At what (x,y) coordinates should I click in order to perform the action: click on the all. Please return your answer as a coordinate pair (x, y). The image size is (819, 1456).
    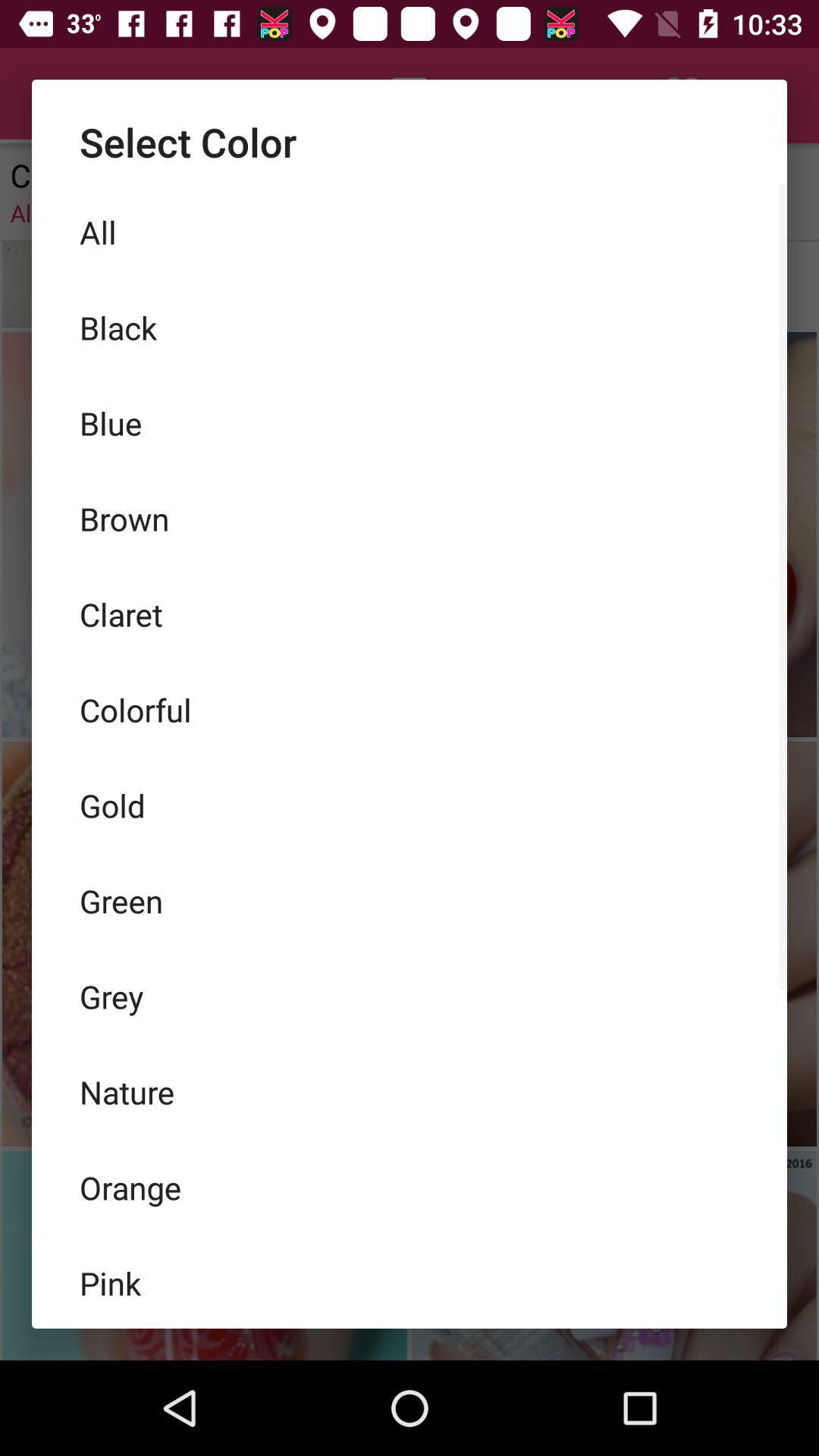
    Looking at the image, I should click on (409, 231).